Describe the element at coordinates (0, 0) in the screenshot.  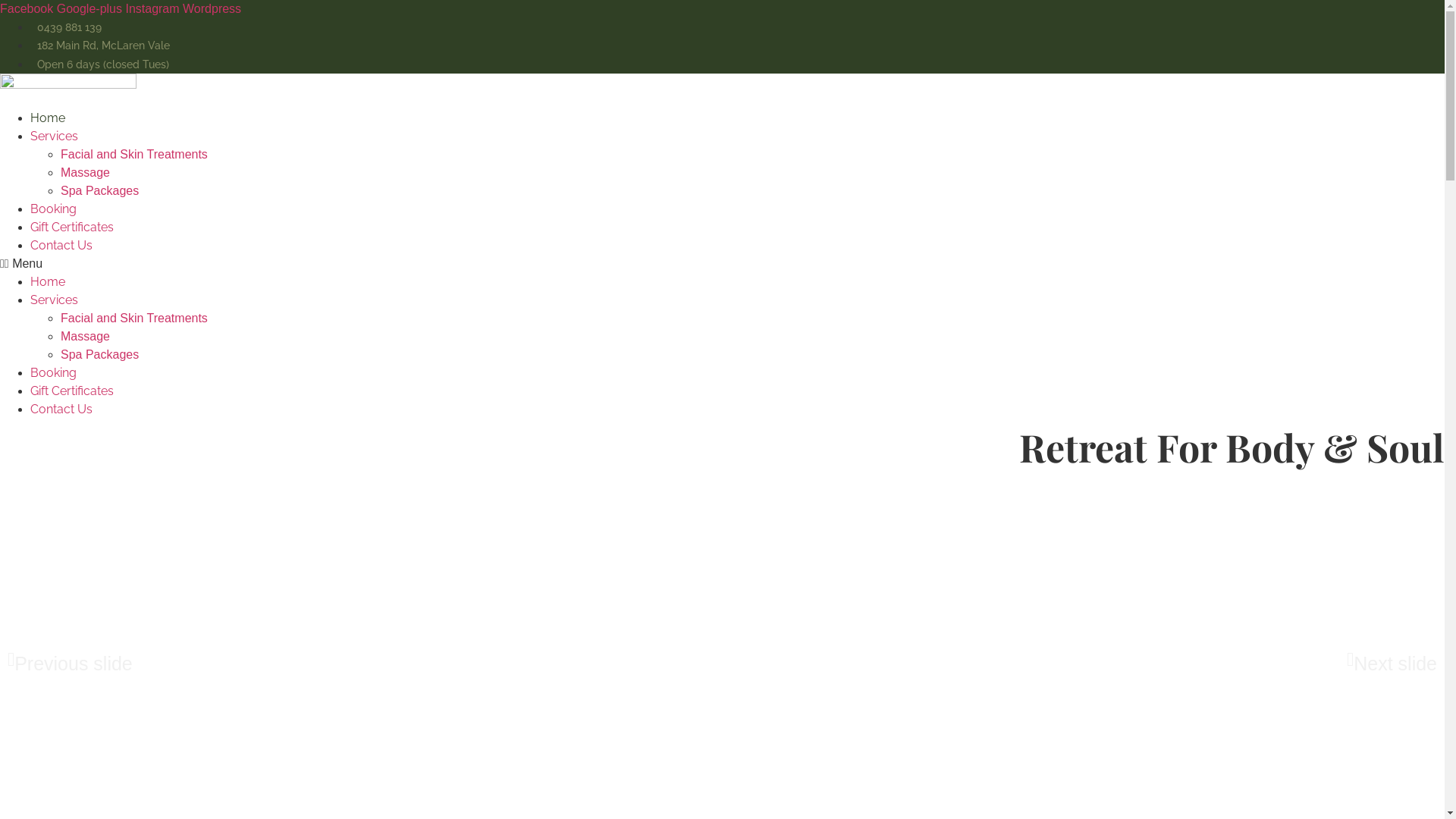
I see `'Skip to content'` at that location.